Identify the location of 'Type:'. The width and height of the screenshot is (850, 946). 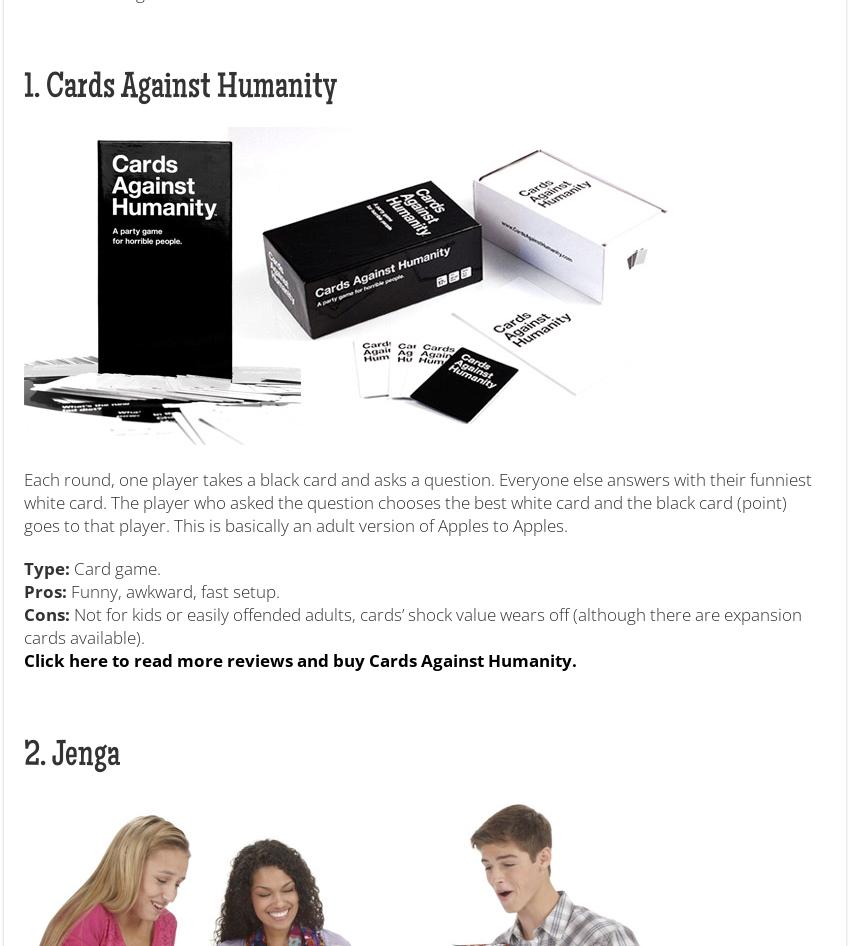
(47, 566).